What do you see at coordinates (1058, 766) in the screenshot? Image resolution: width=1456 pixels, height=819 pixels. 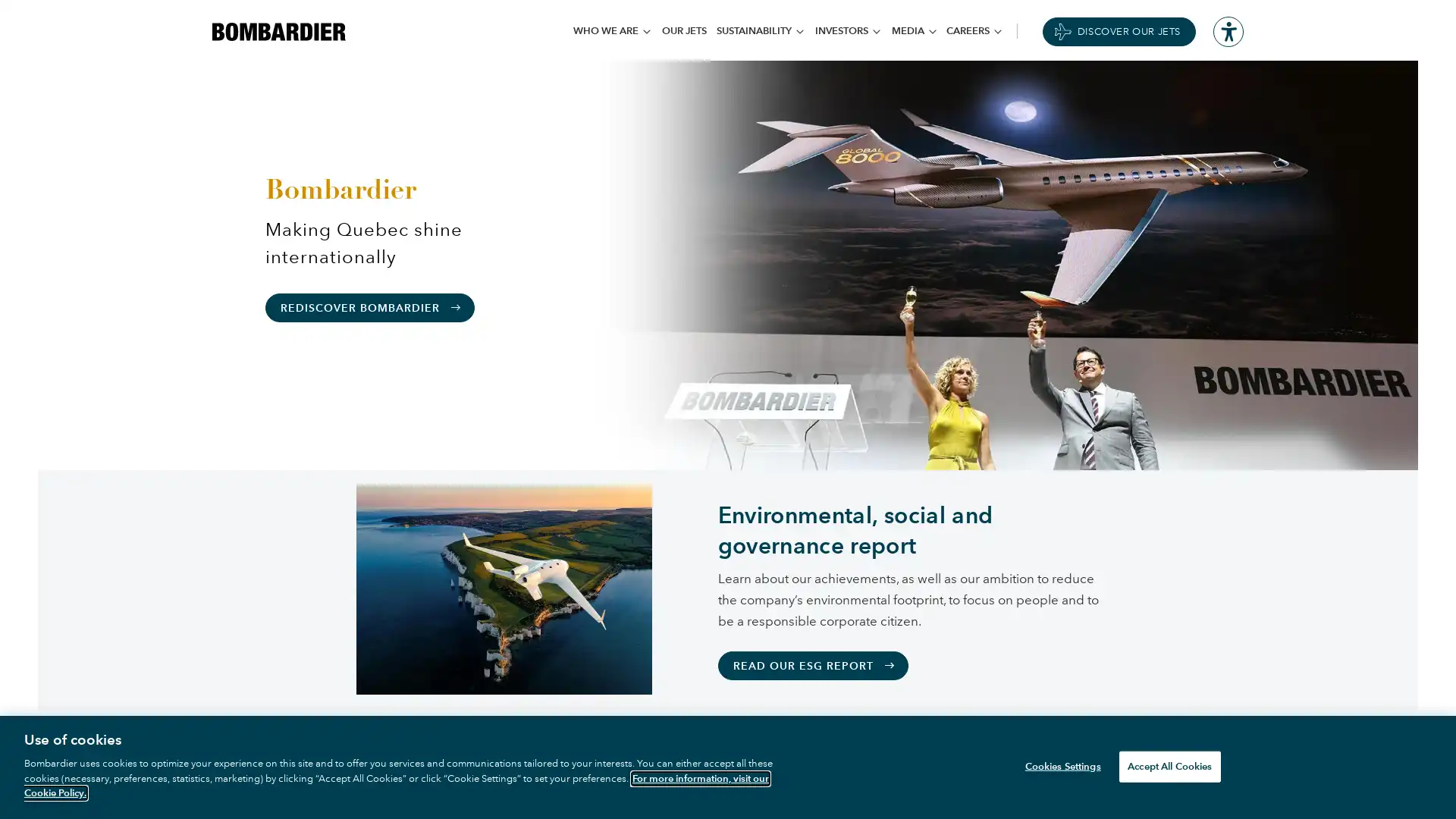 I see `Cookies Settings` at bounding box center [1058, 766].